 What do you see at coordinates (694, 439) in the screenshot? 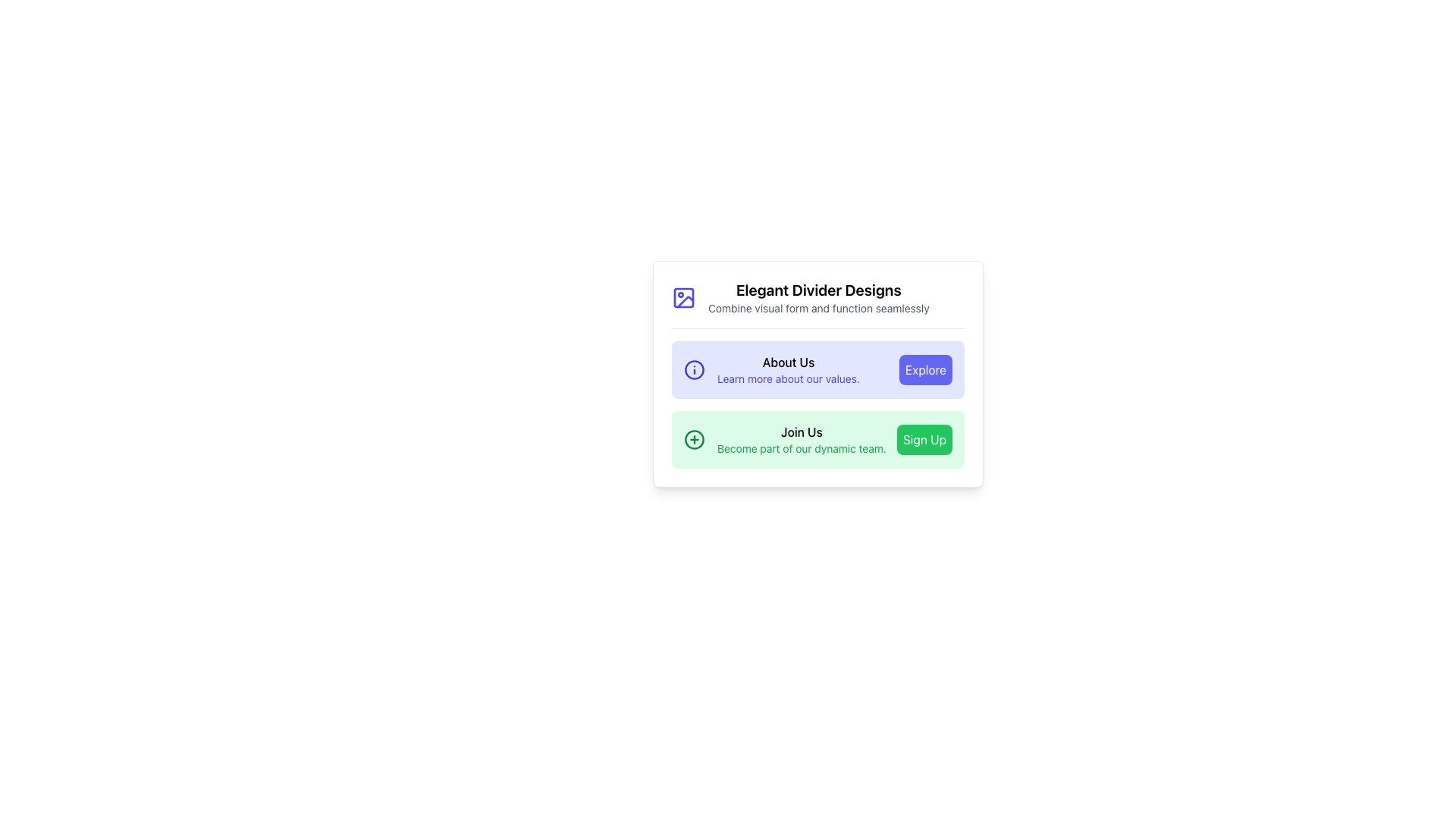
I see `the Circle graphic element that is part of the icon next to the 'Join Us' button, enhancing its recognizability and aesthetic appeal` at bounding box center [694, 439].